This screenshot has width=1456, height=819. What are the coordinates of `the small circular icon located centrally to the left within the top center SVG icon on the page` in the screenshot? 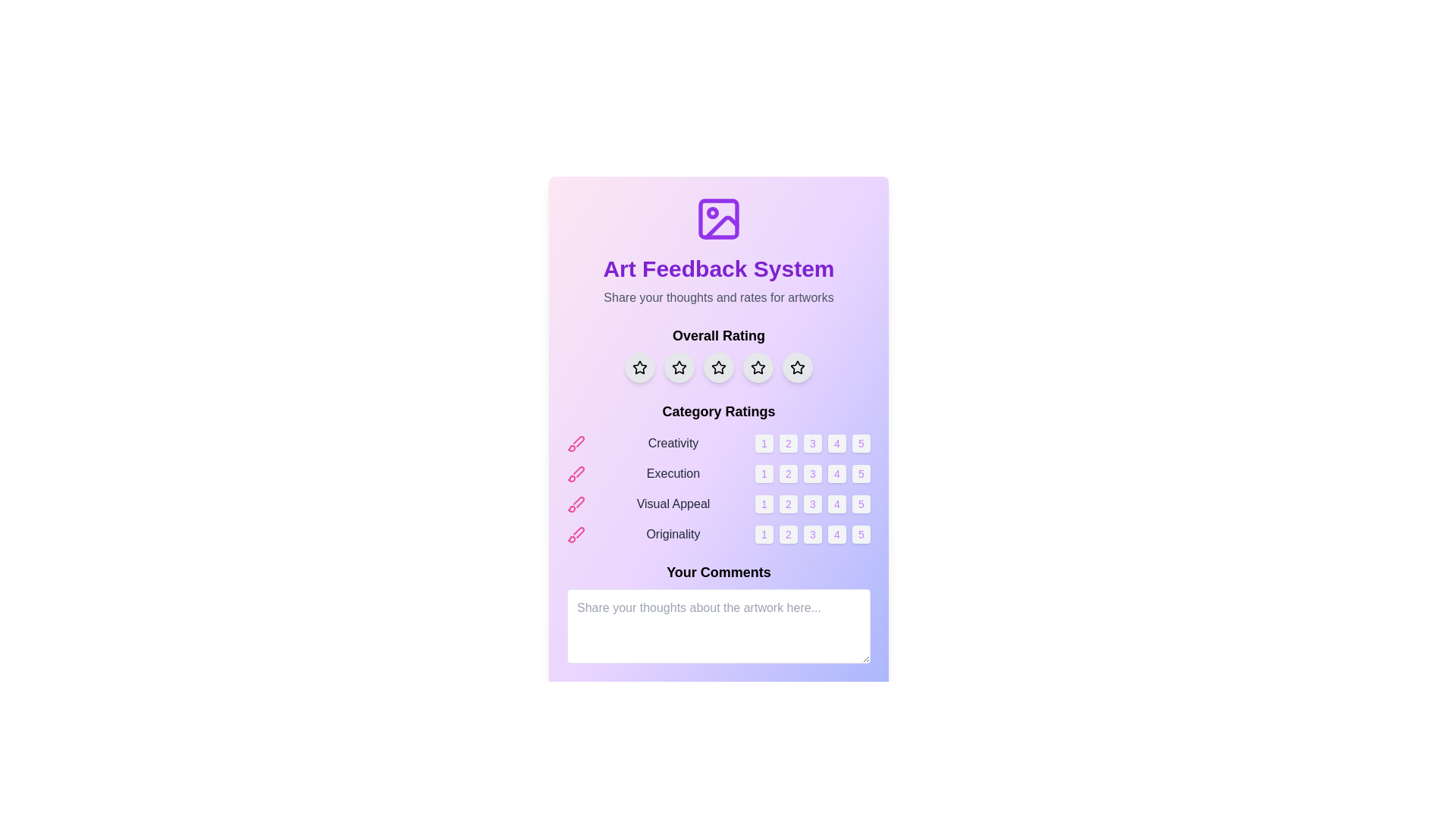 It's located at (712, 213).